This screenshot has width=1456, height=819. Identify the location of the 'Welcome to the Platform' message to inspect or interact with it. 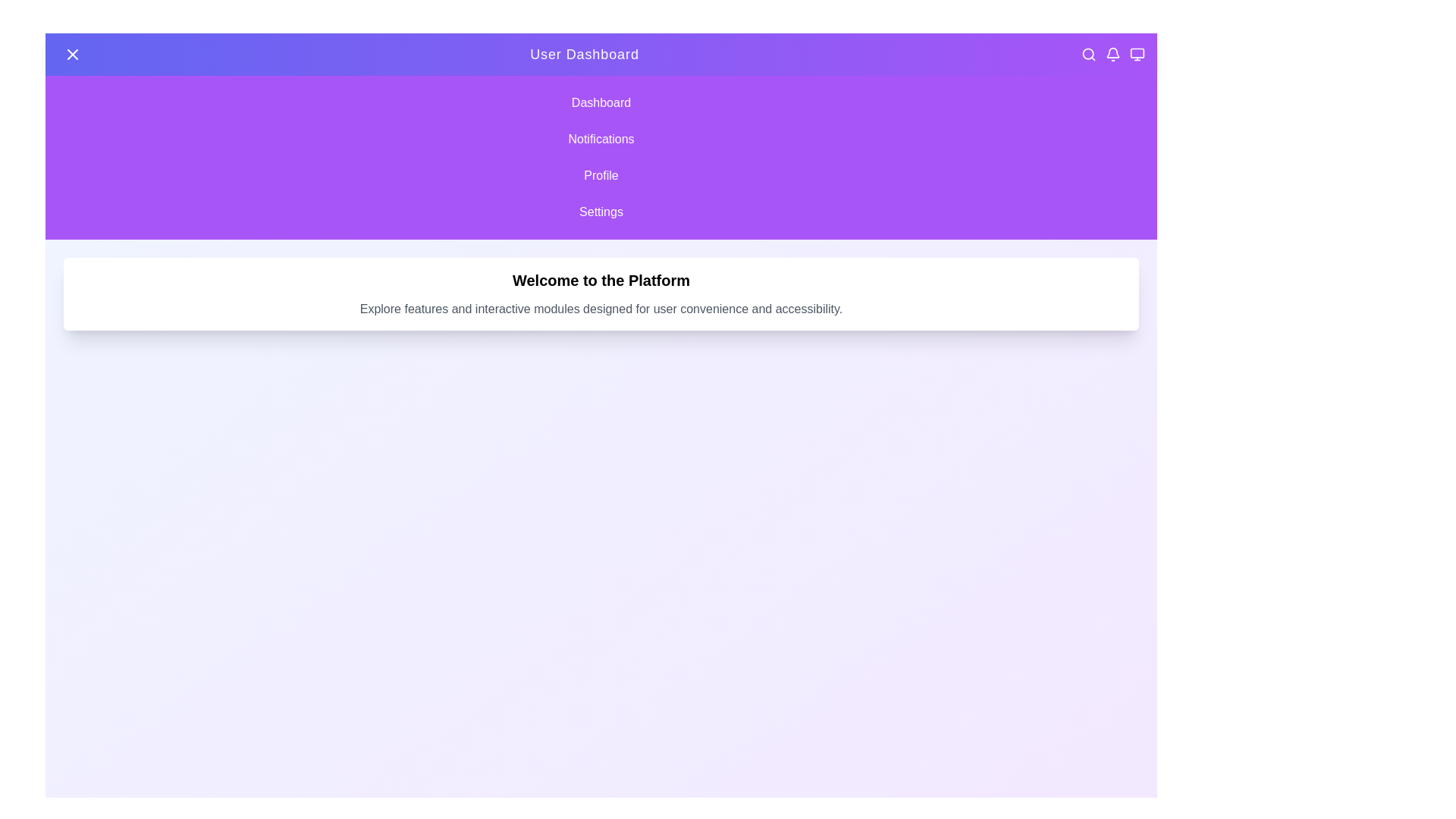
(600, 281).